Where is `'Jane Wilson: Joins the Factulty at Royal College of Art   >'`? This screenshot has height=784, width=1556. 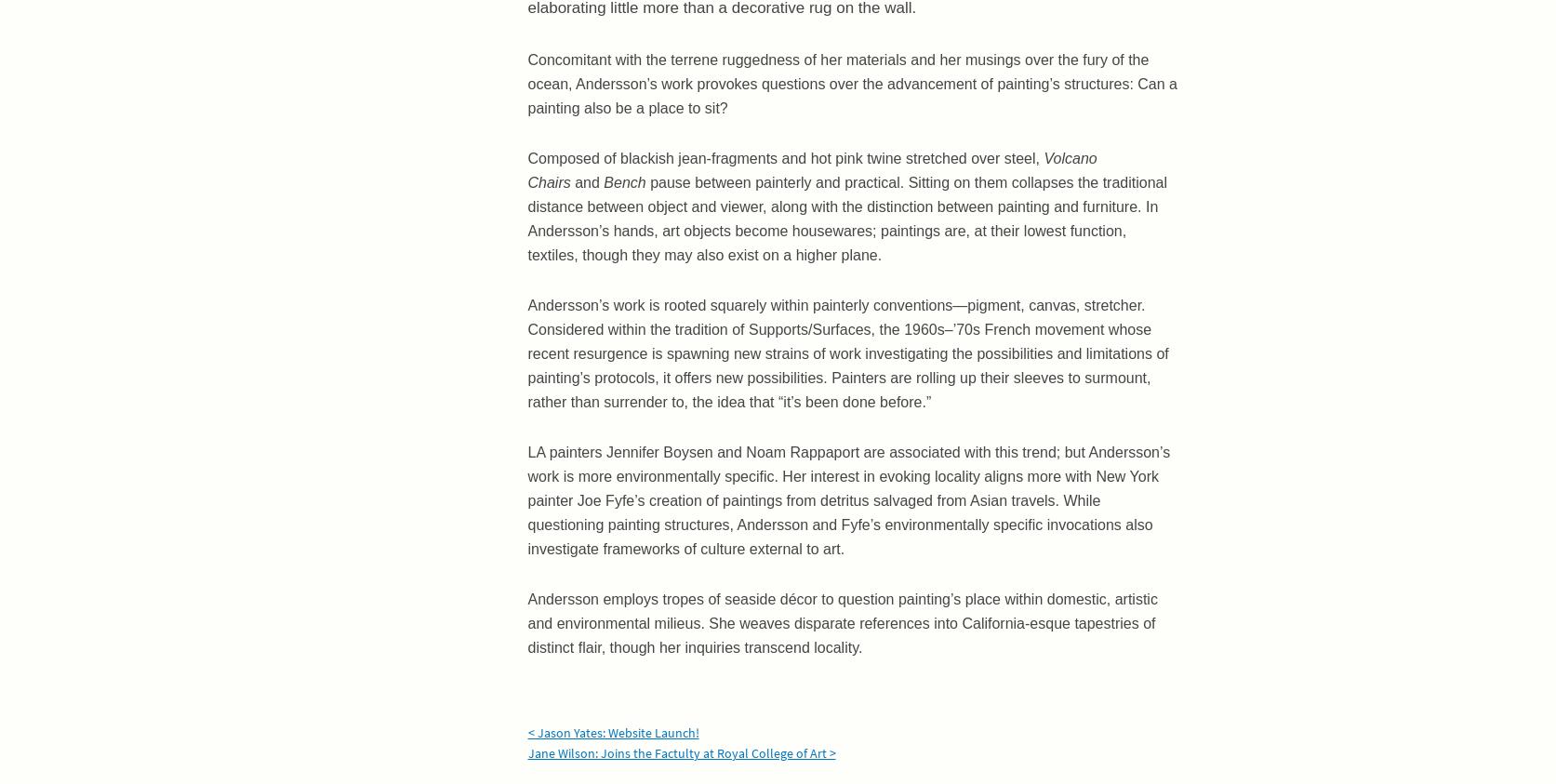 'Jane Wilson: Joins the Factulty at Royal College of Art   >' is located at coordinates (681, 752).